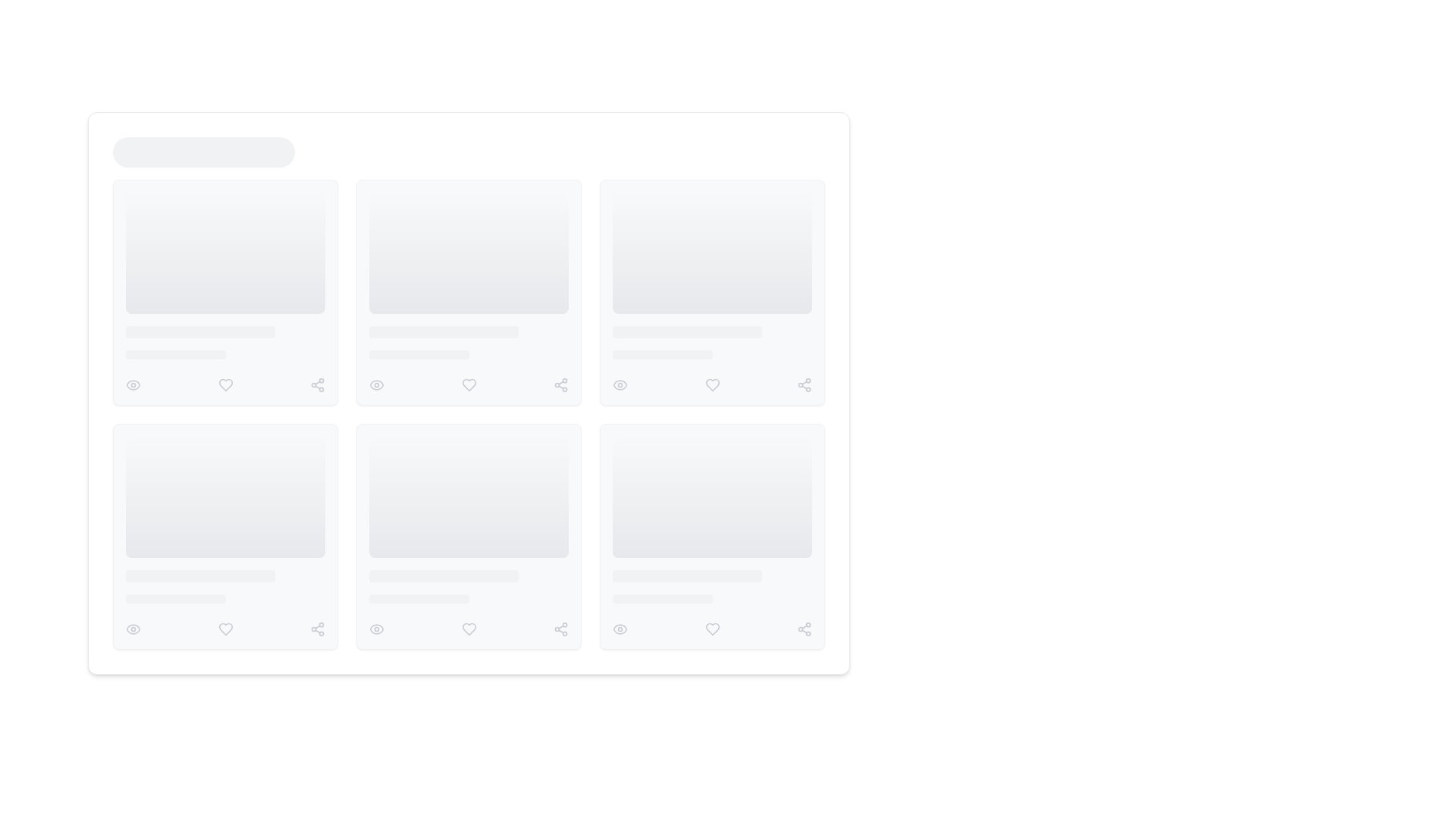  I want to click on the eye-shaped icon, which is the leftmost icon in a horizontal row of icons located at the bottom left corner of a card layout, so click(133, 629).